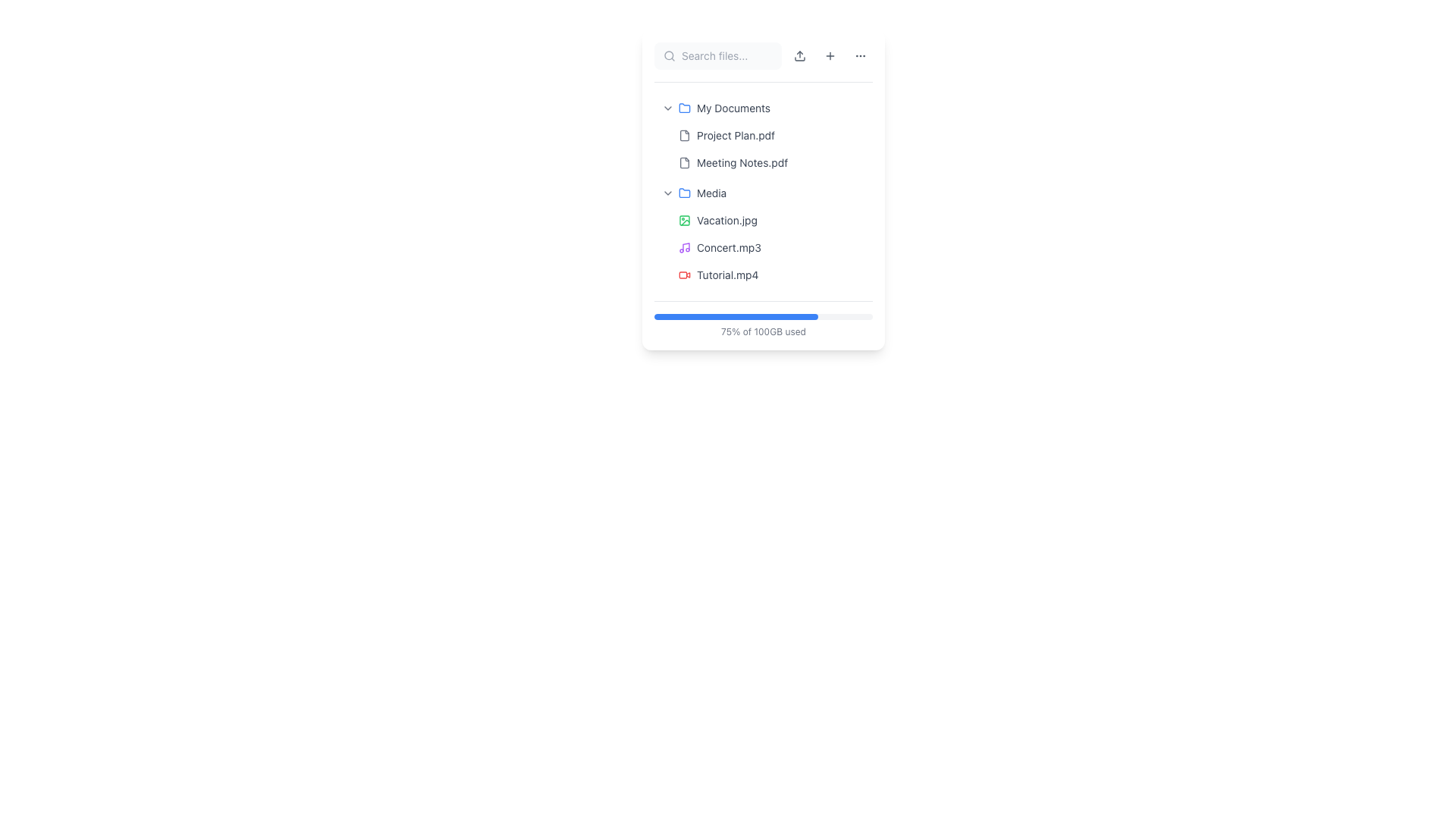  I want to click on the menu trigger icon button located at the top-right corner of the application panel, so click(860, 55).